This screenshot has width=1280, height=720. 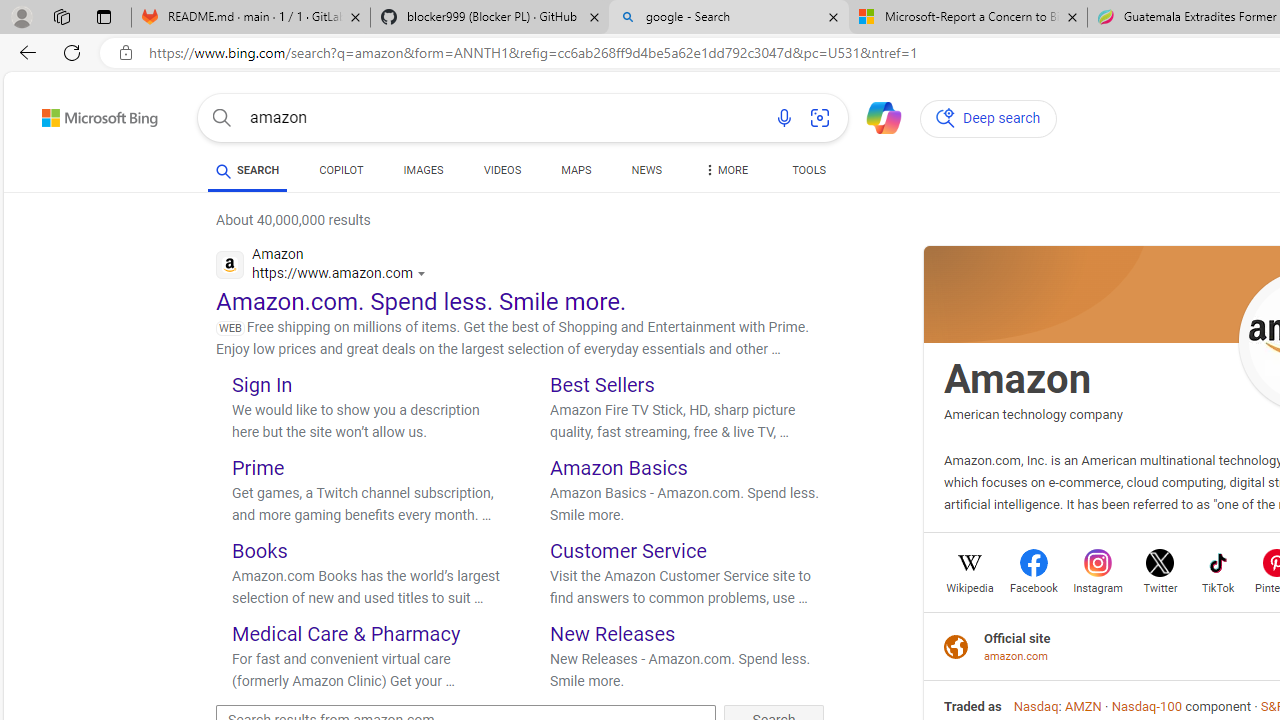 I want to click on 'Nasdaq-100', so click(x=1146, y=705).